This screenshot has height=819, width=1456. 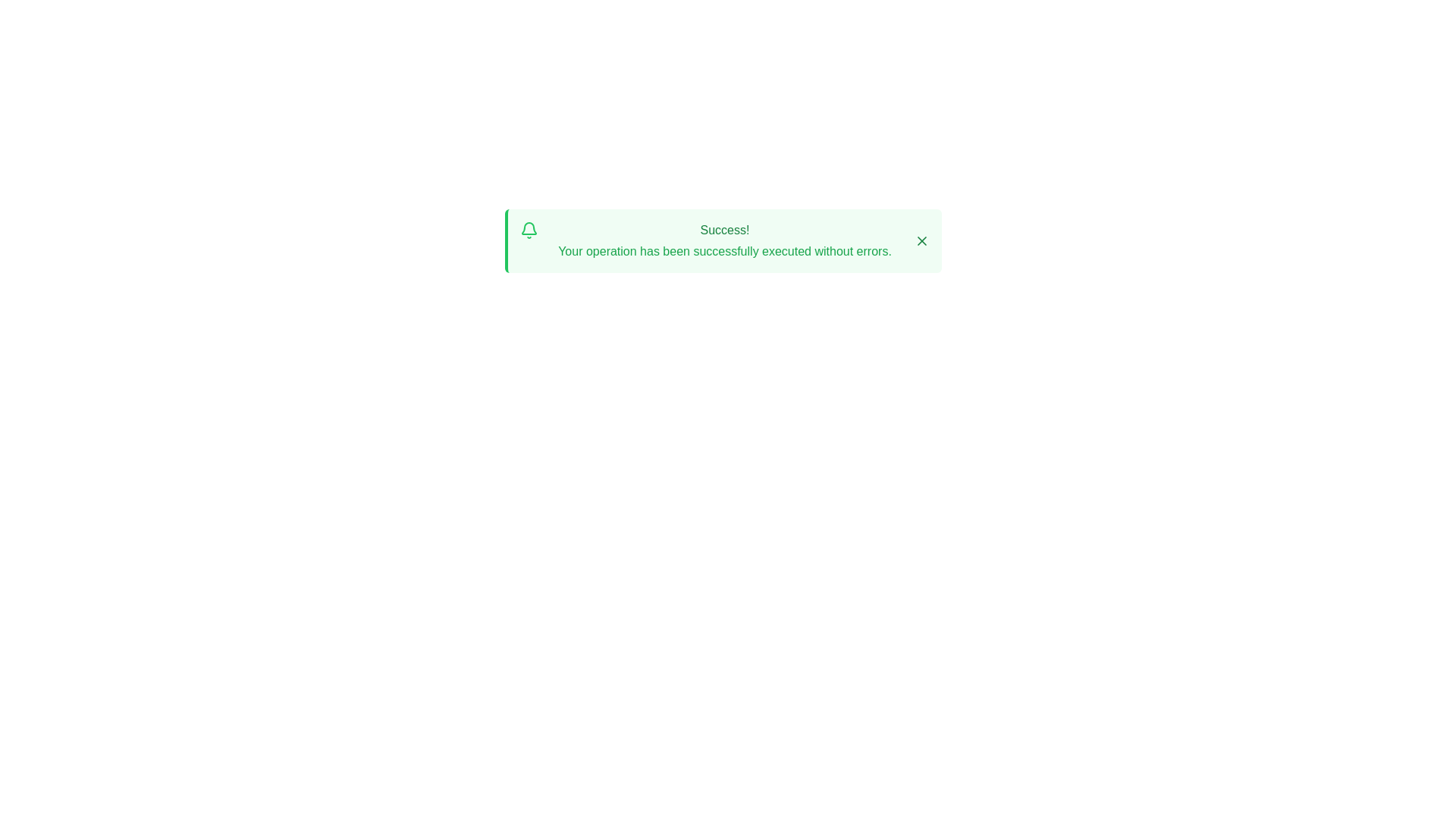 I want to click on the close button to close the alert, so click(x=921, y=240).